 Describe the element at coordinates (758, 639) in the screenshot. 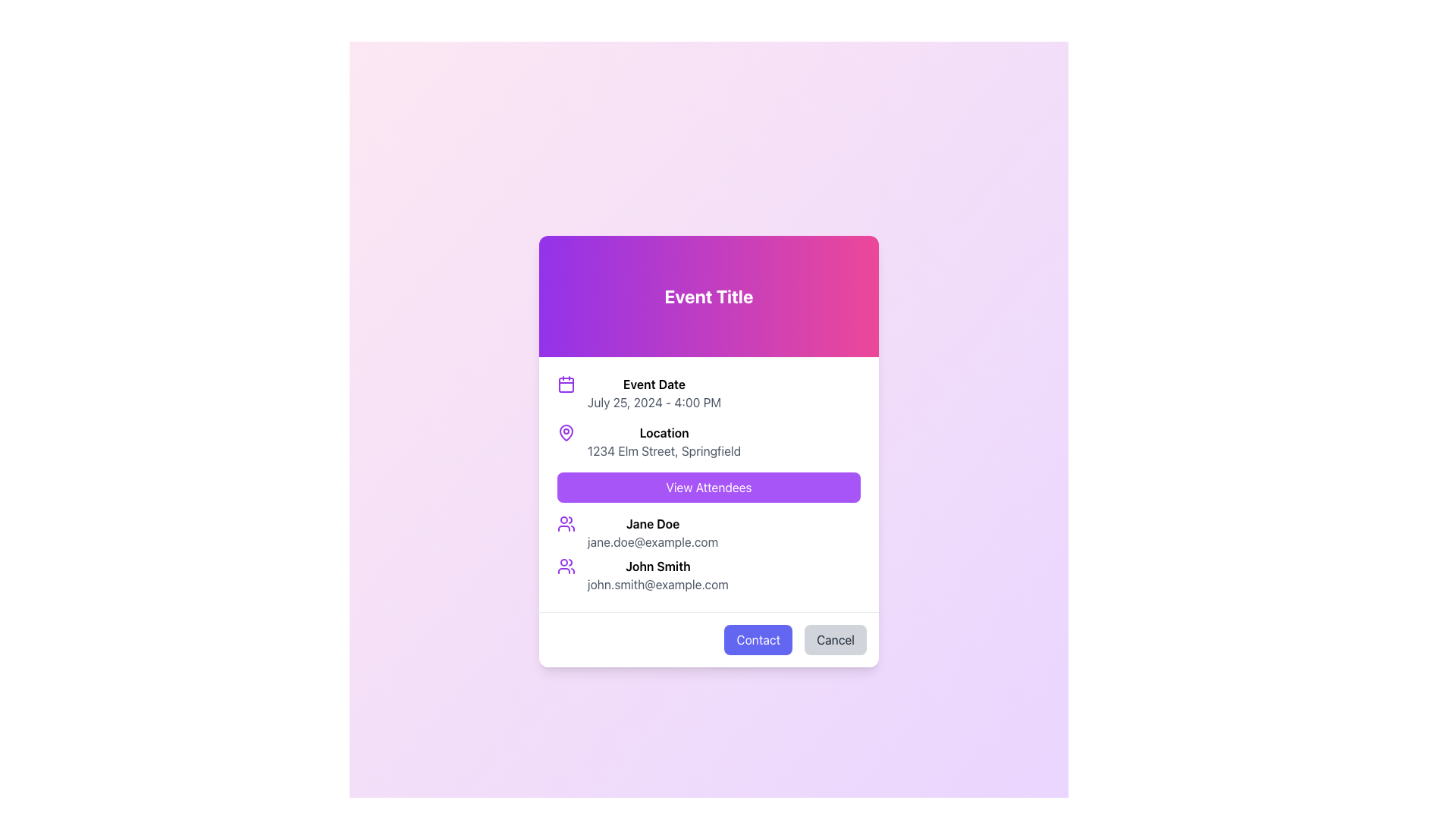

I see `the 'Contact' button with rounded edges, styled with a blue-purple background and white text, located in the footer section of the modal dialog box` at that location.